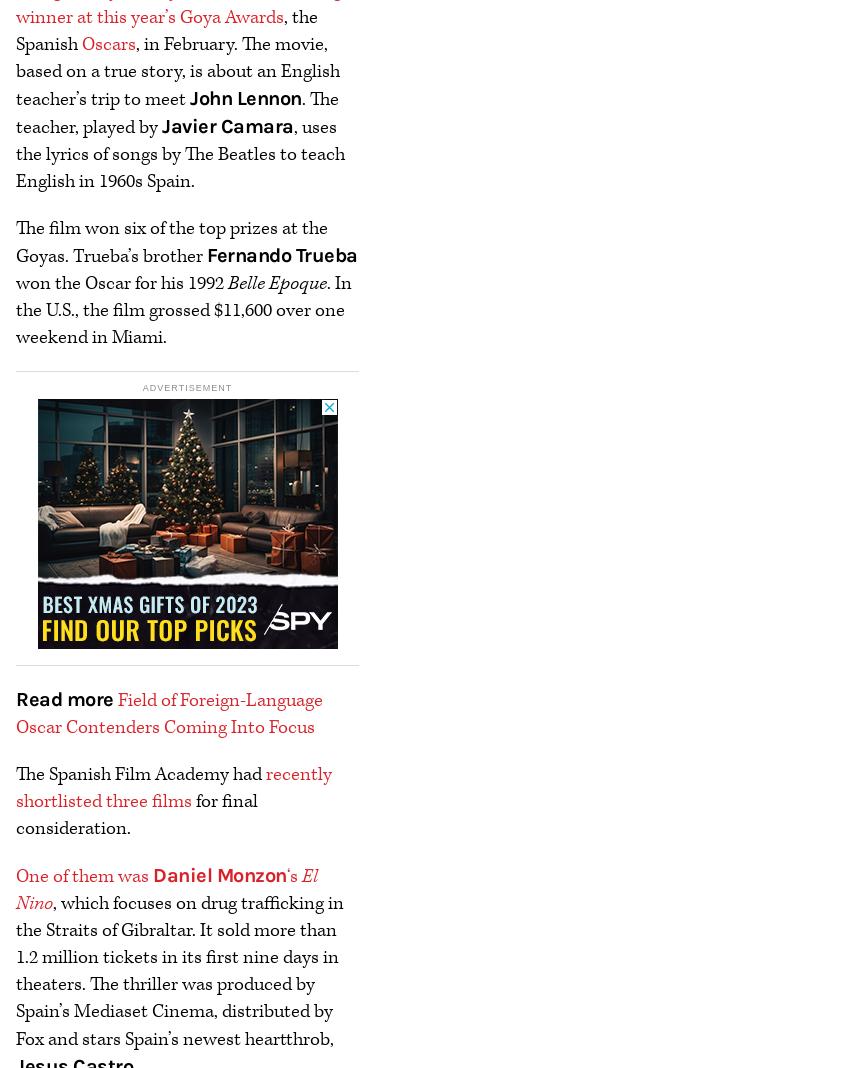 This screenshot has width=849, height=1068. What do you see at coordinates (105, 255) in the screenshot?
I see `'Trueba’s'` at bounding box center [105, 255].